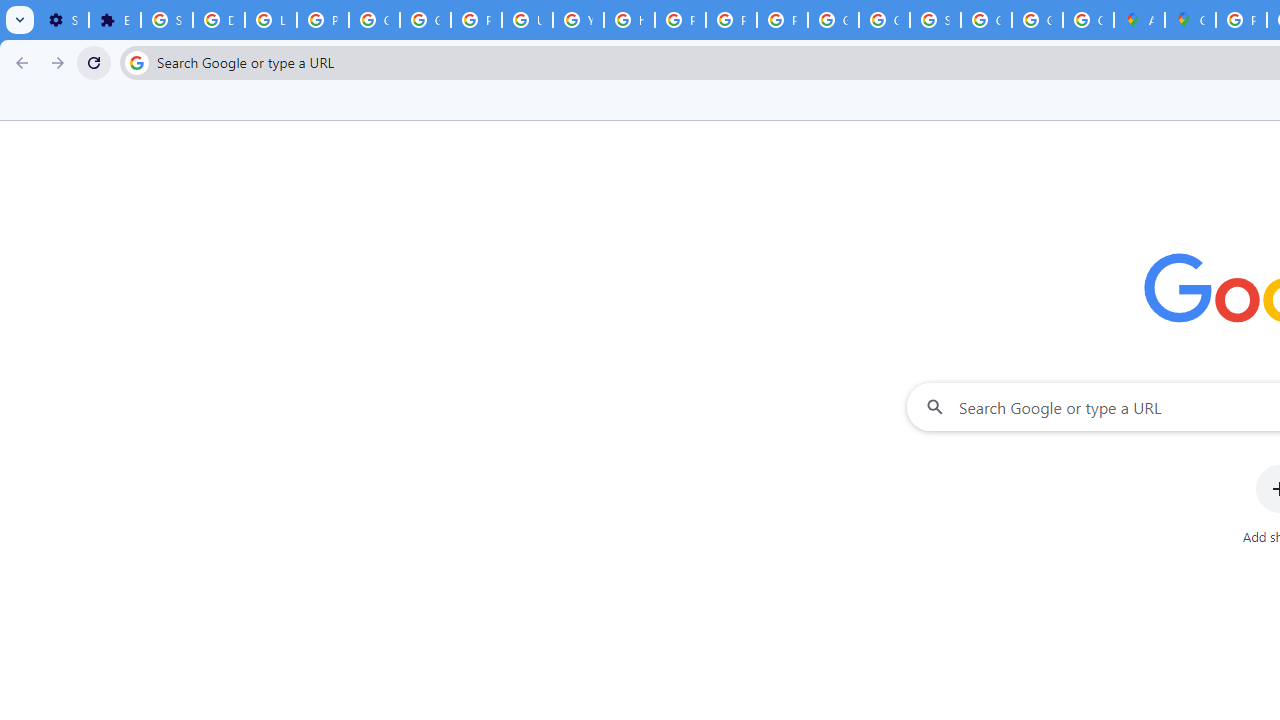  What do you see at coordinates (167, 20) in the screenshot?
I see `'Sign in - Google Accounts'` at bounding box center [167, 20].